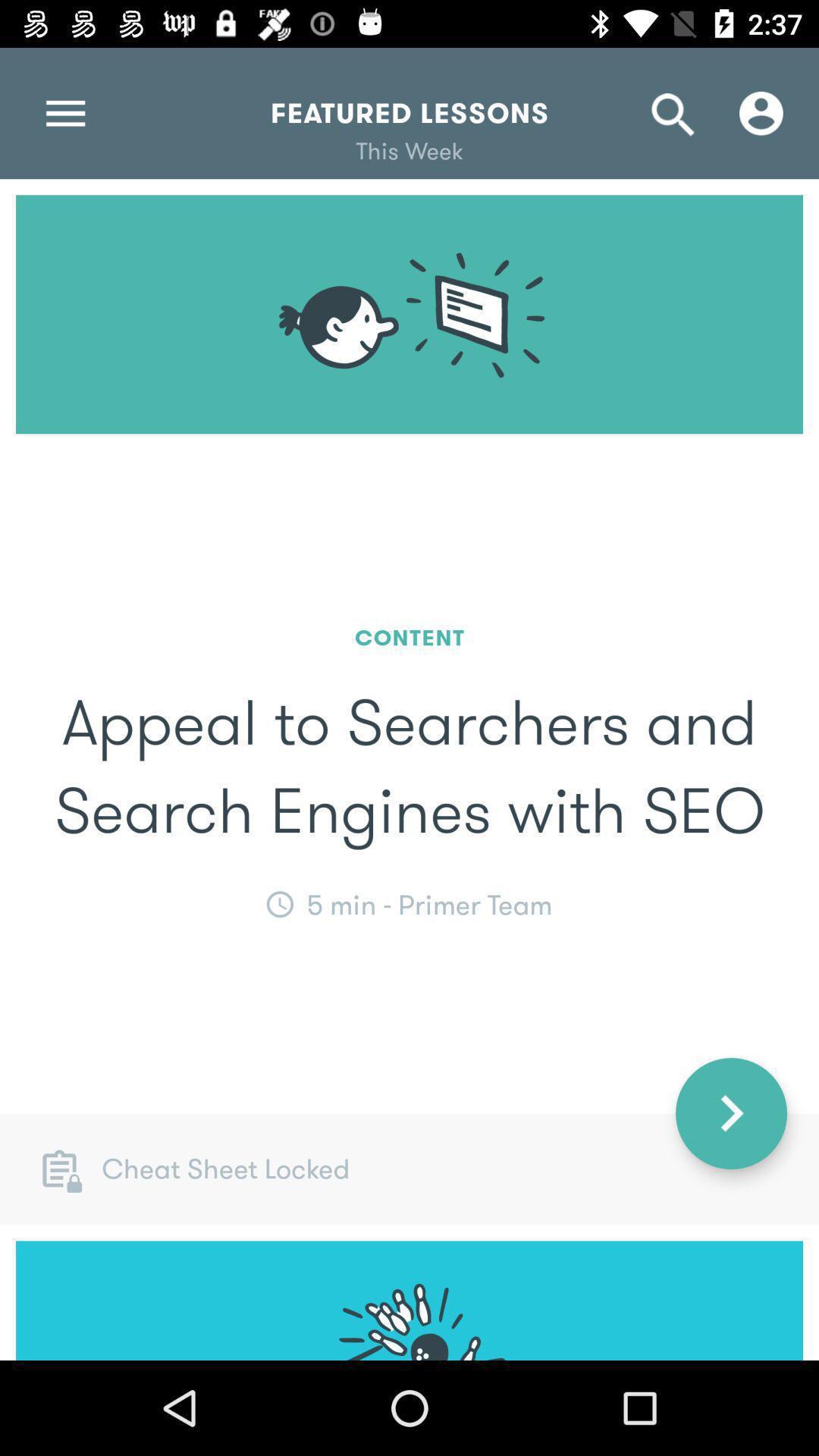 The width and height of the screenshot is (819, 1456). I want to click on the menu icon, so click(64, 112).